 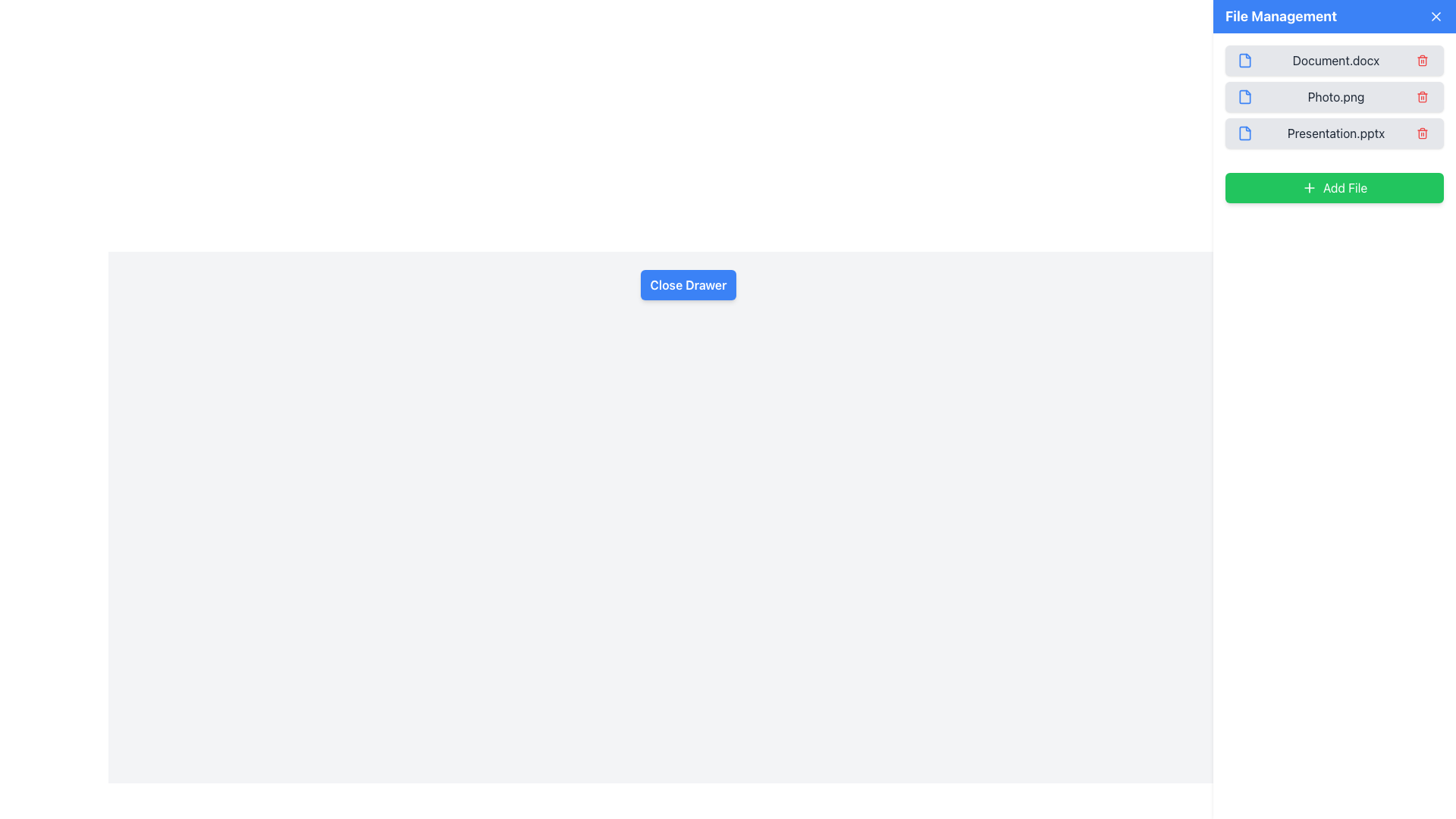 What do you see at coordinates (687, 284) in the screenshot?
I see `the blue 'Close Drawer' button with rounded corners` at bounding box center [687, 284].